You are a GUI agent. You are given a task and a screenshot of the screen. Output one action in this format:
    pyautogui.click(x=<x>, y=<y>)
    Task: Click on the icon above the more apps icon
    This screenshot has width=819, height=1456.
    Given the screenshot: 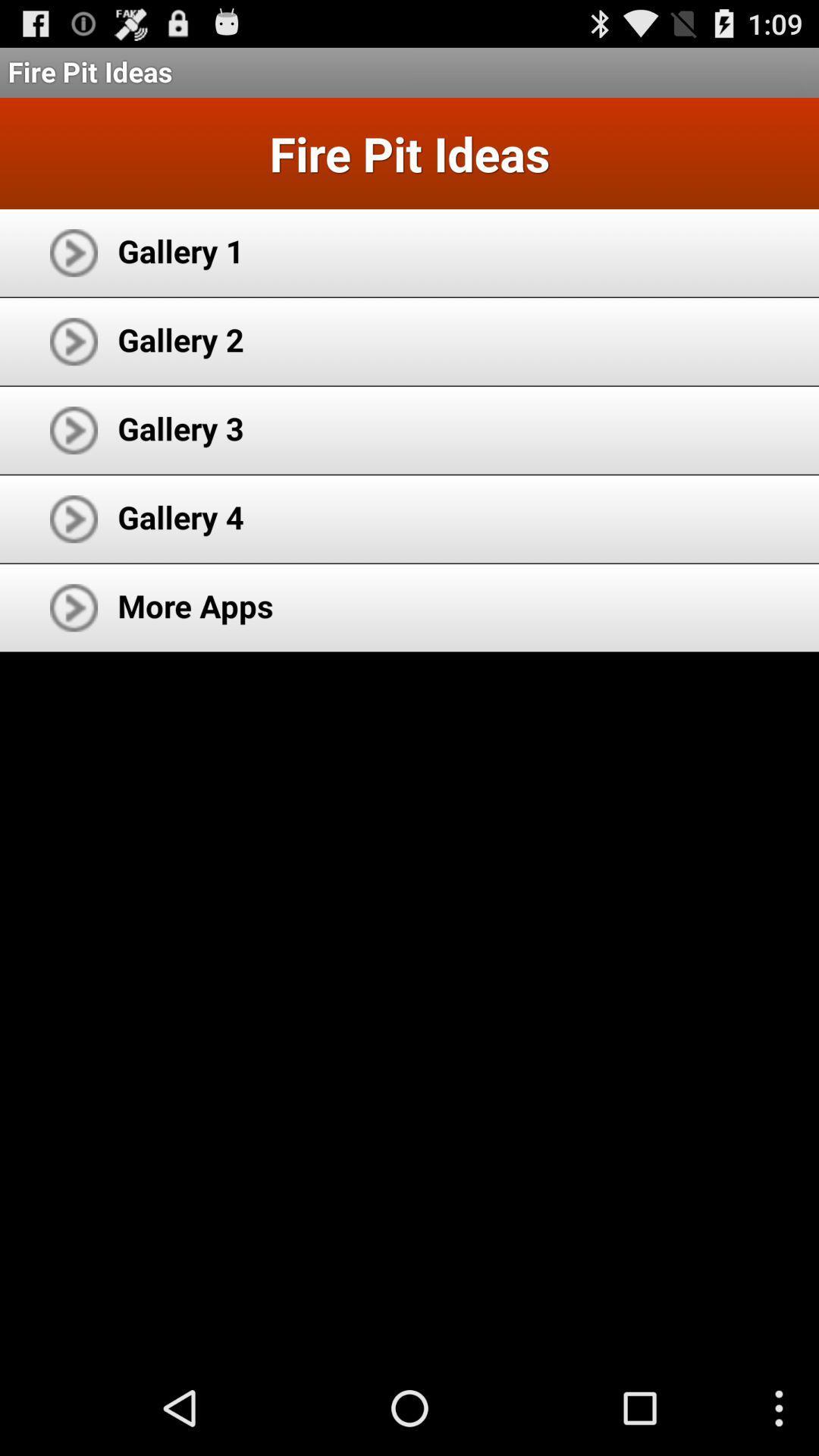 What is the action you would take?
    pyautogui.click(x=180, y=516)
    